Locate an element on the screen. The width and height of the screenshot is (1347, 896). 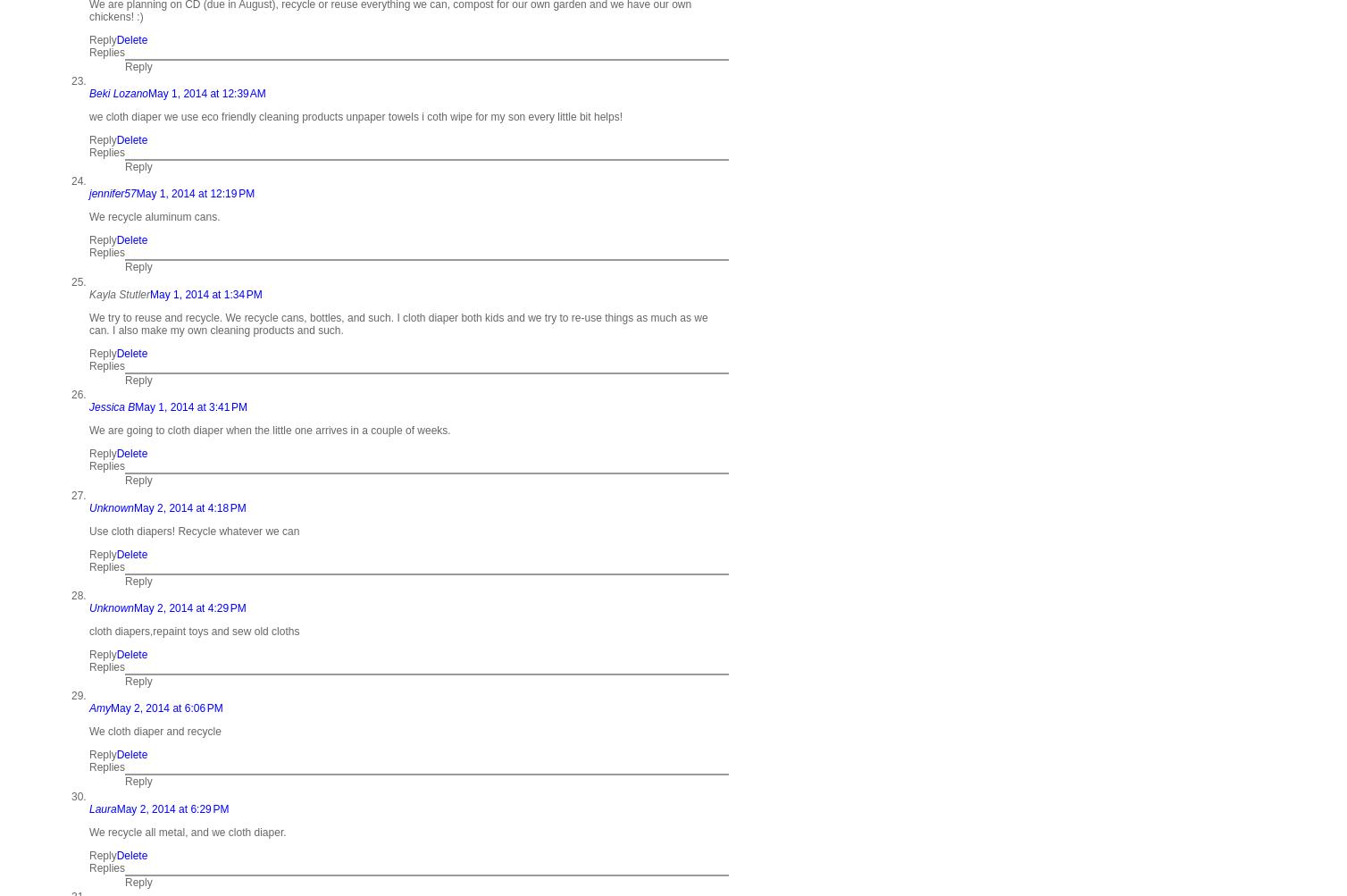
'May 1, 2014 at 3:41 PM' is located at coordinates (189, 406).